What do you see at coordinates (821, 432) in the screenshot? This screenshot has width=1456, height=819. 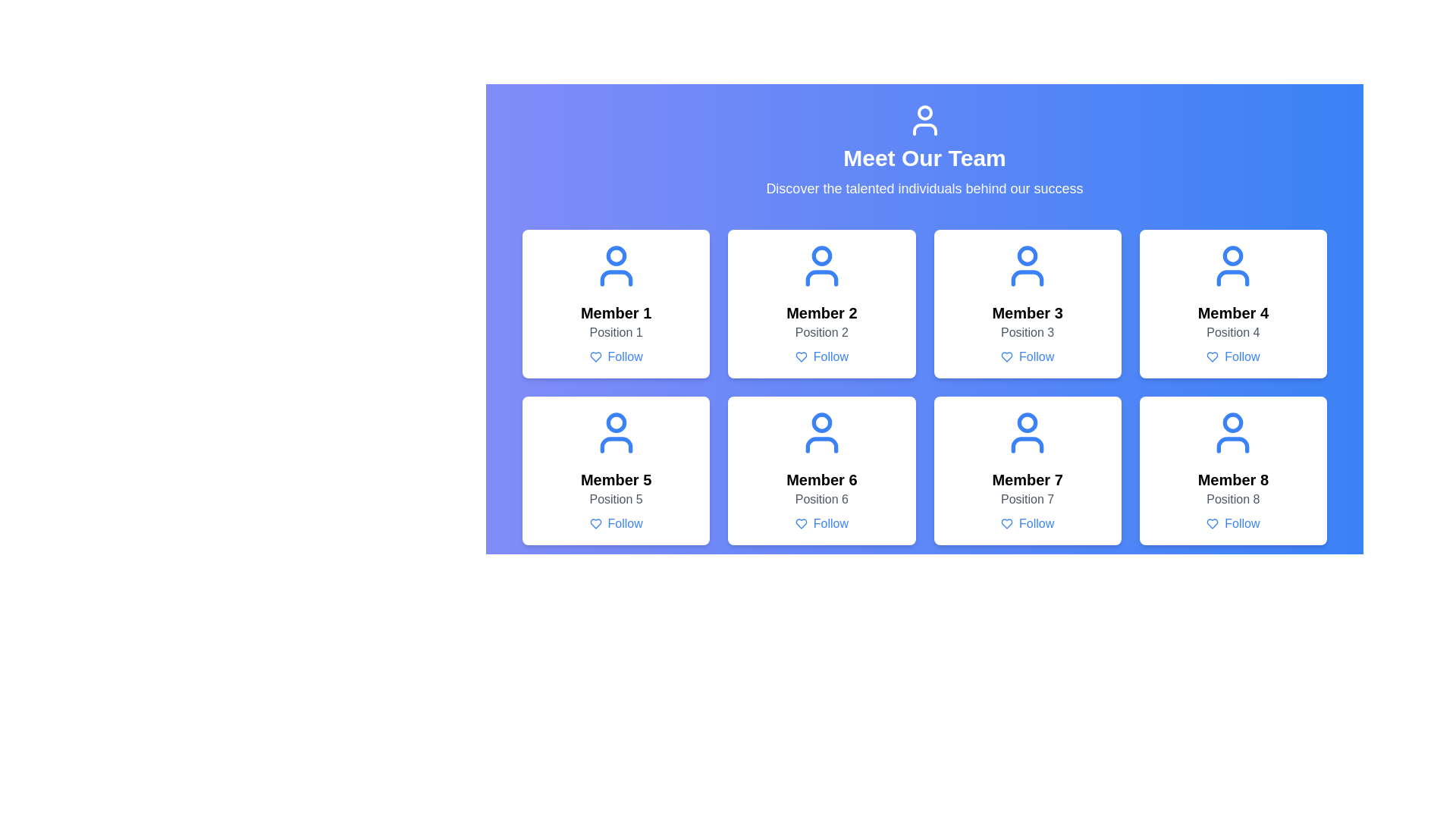 I see `user icon represented as an outline of a human figure in blue, located at the top-center of the 'Member 6' card` at bounding box center [821, 432].